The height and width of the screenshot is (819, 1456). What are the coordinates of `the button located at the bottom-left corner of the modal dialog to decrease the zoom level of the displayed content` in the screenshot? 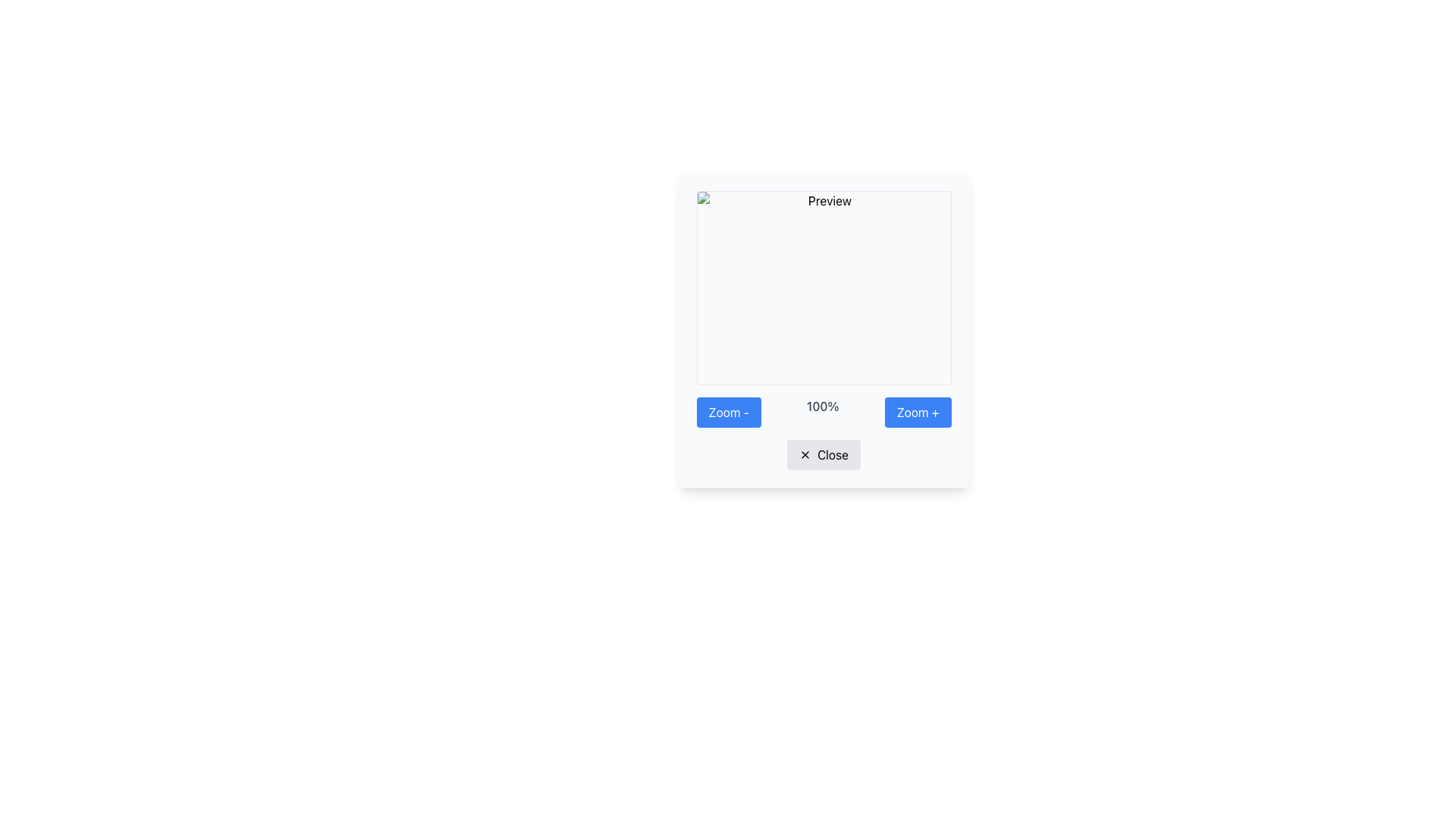 It's located at (729, 412).